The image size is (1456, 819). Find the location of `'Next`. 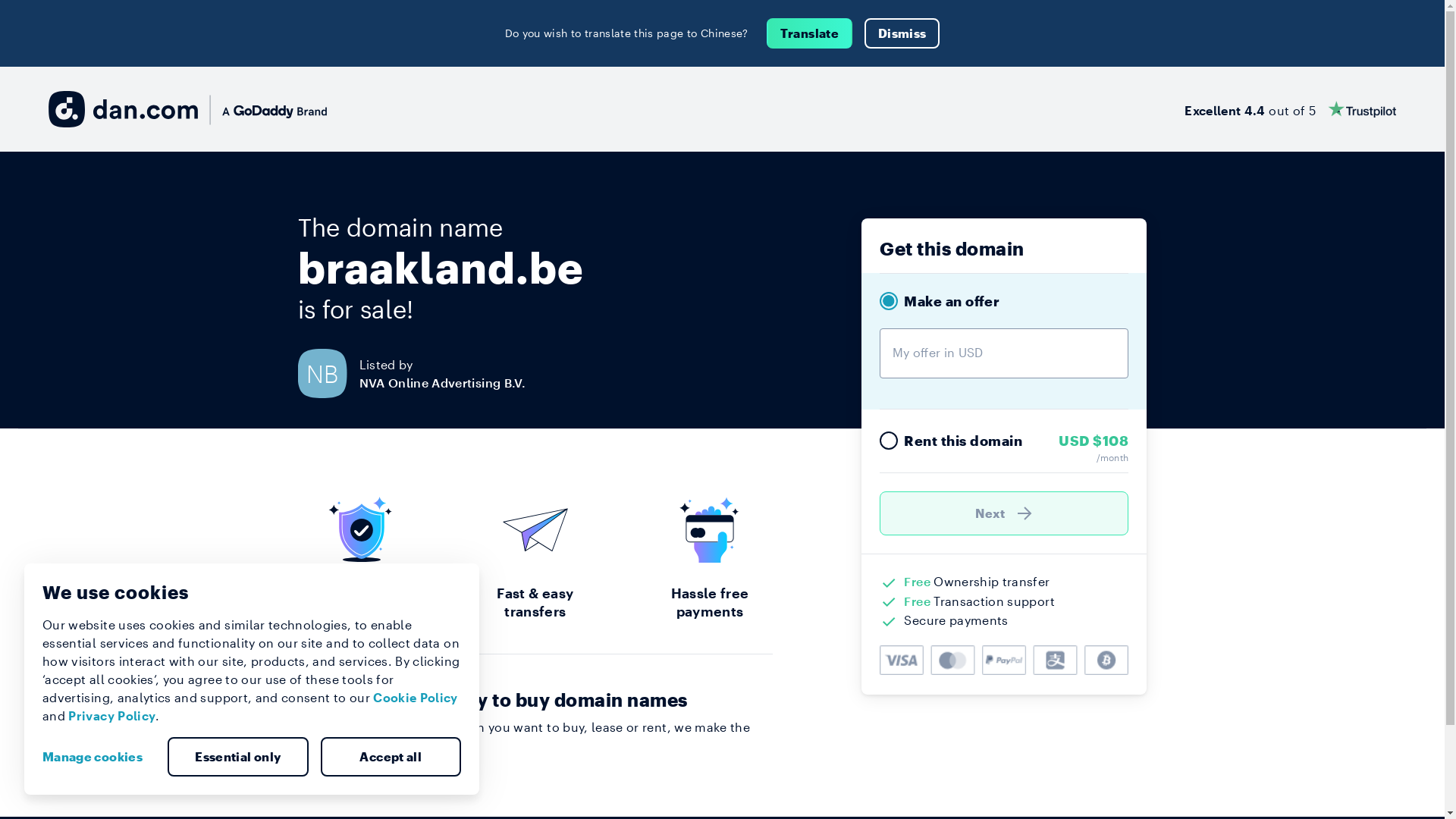

'Next is located at coordinates (1004, 513).